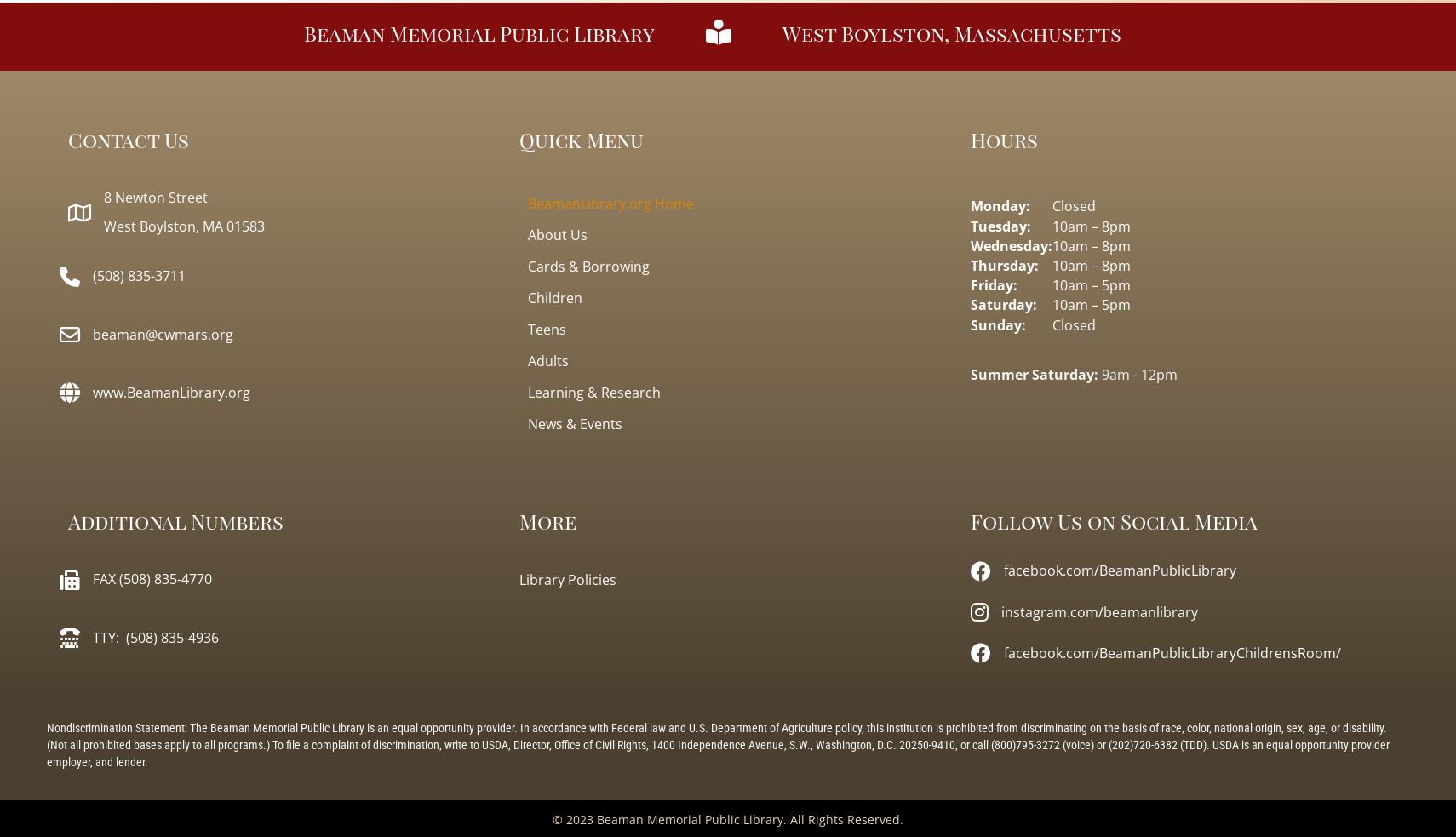  Describe the element at coordinates (992, 284) in the screenshot. I see `'Friday:'` at that location.